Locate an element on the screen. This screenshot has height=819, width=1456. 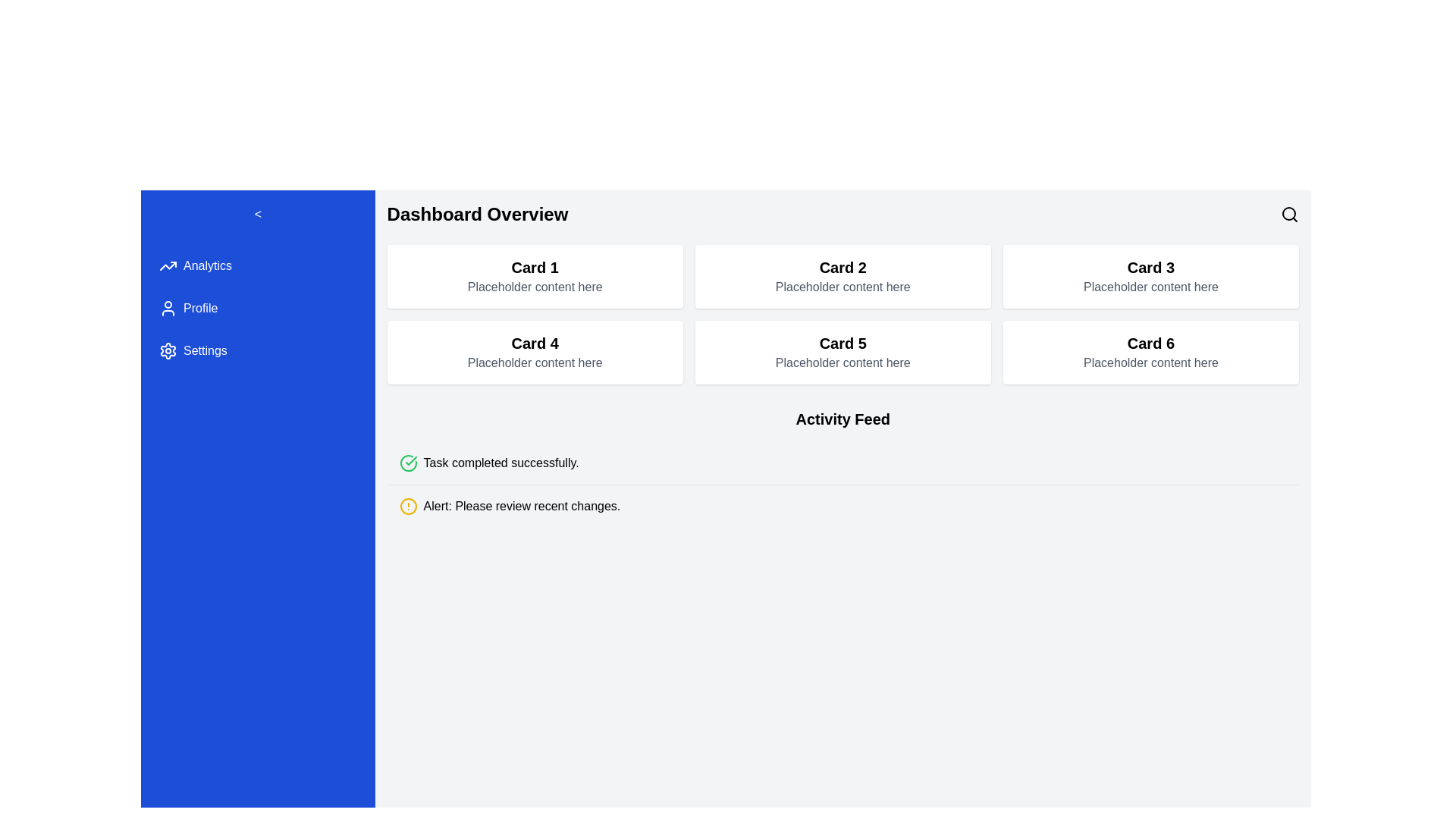
the Text label located in the center-right section below the title 'Card 5' in the second row of cards is located at coordinates (842, 362).